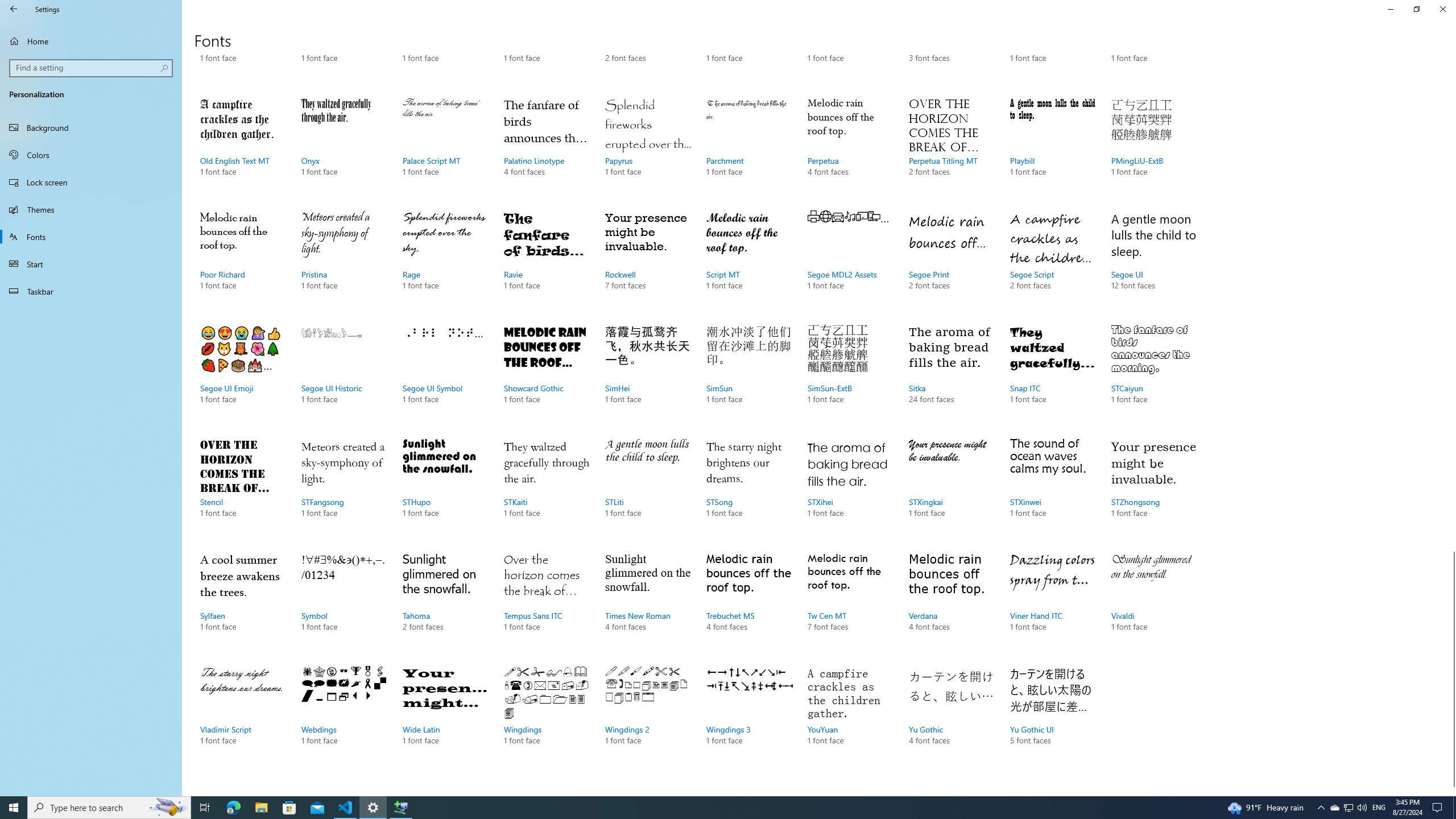 This screenshot has width=1456, height=819. I want to click on 'Webdings, 1 font face', so click(343, 717).